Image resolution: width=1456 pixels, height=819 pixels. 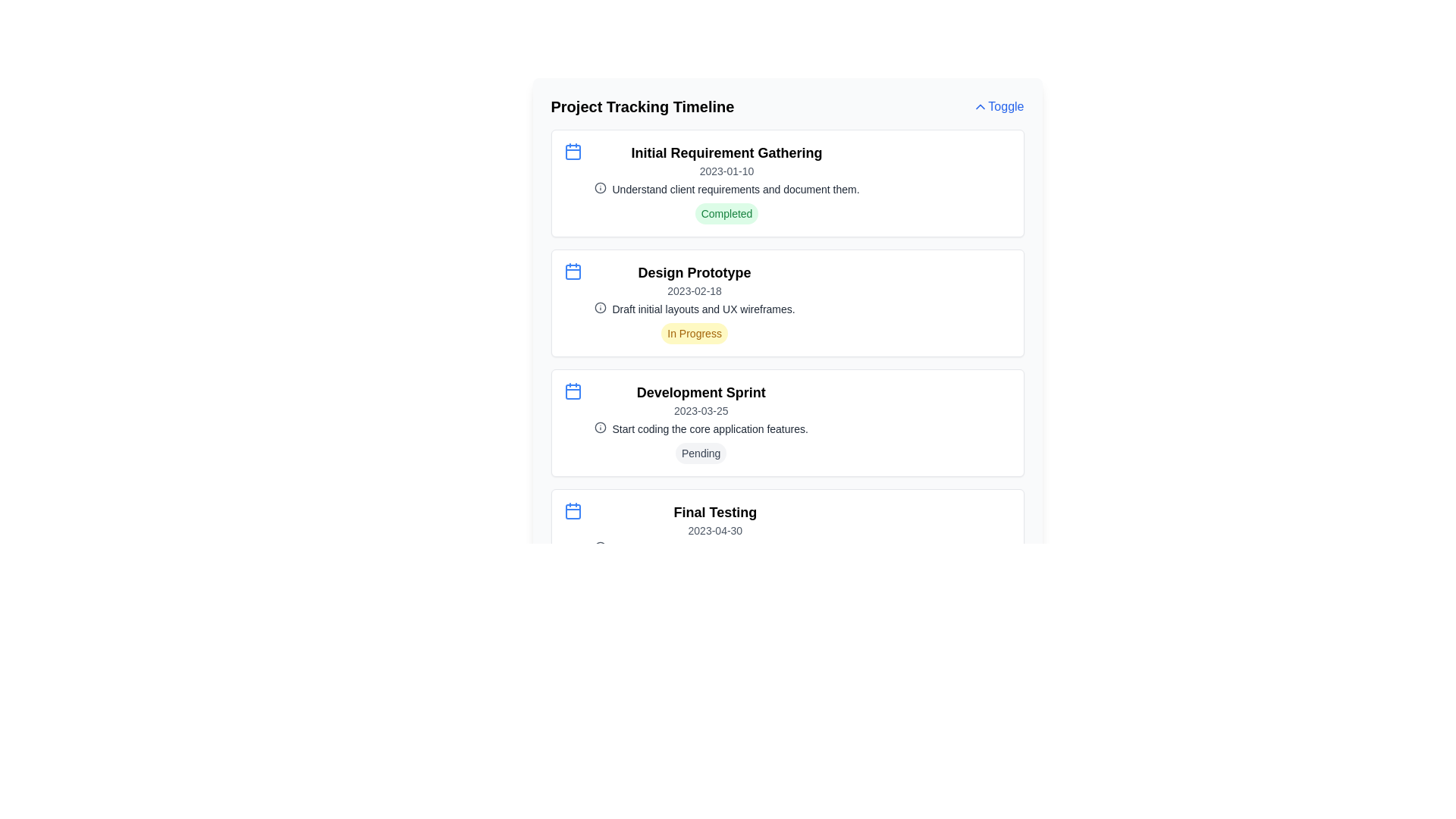 I want to click on the upward-facing chevron arrow icon located at the top-right corner of the 'Project Tracking Timeline' interface, directly to the left of the 'Toggle' text, for keyboard interaction, so click(x=981, y=106).